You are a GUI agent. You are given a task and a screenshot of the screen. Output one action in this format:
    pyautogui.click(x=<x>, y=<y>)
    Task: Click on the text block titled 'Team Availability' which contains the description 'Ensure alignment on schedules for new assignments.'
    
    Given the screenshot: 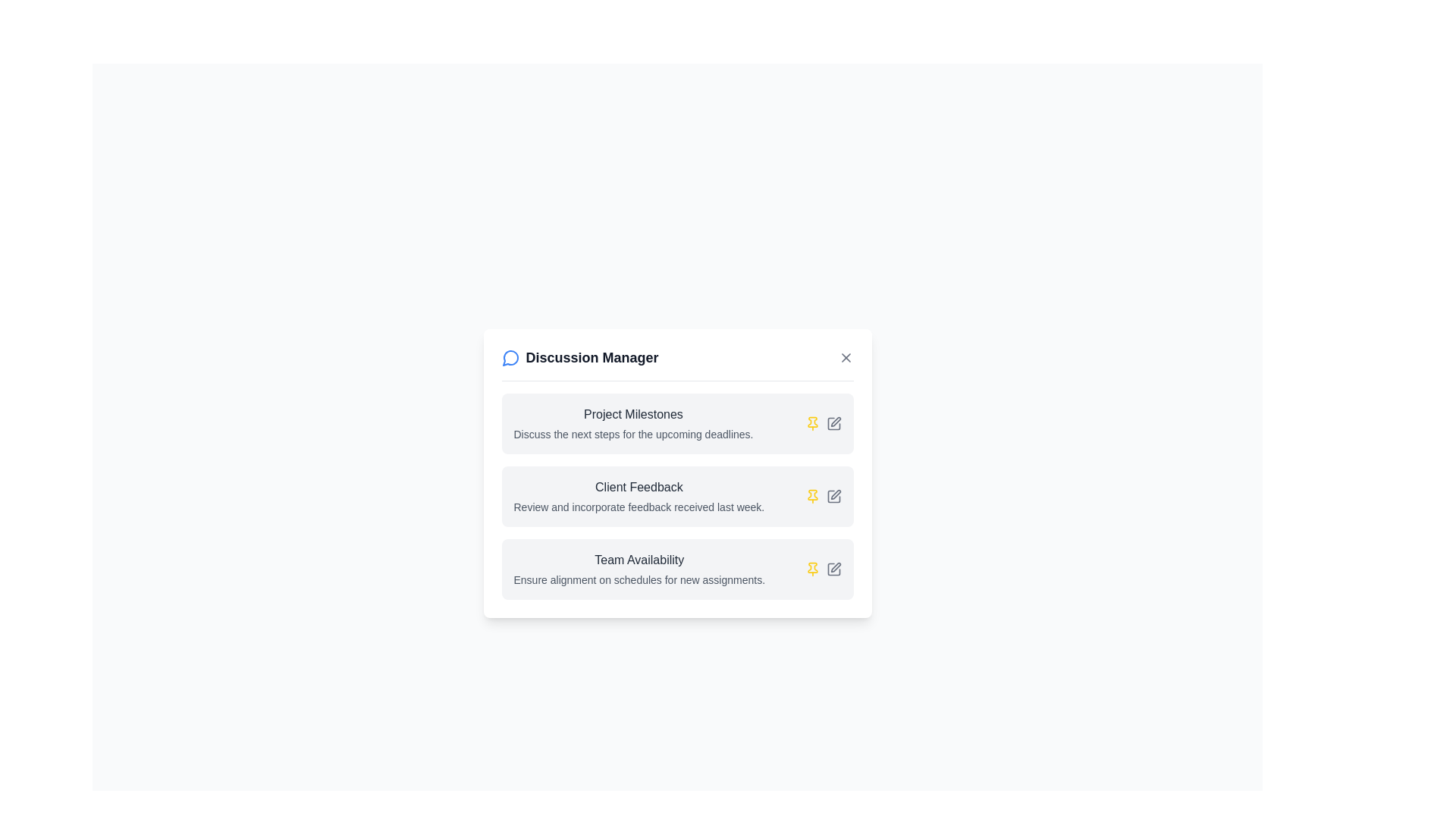 What is the action you would take?
    pyautogui.click(x=639, y=569)
    